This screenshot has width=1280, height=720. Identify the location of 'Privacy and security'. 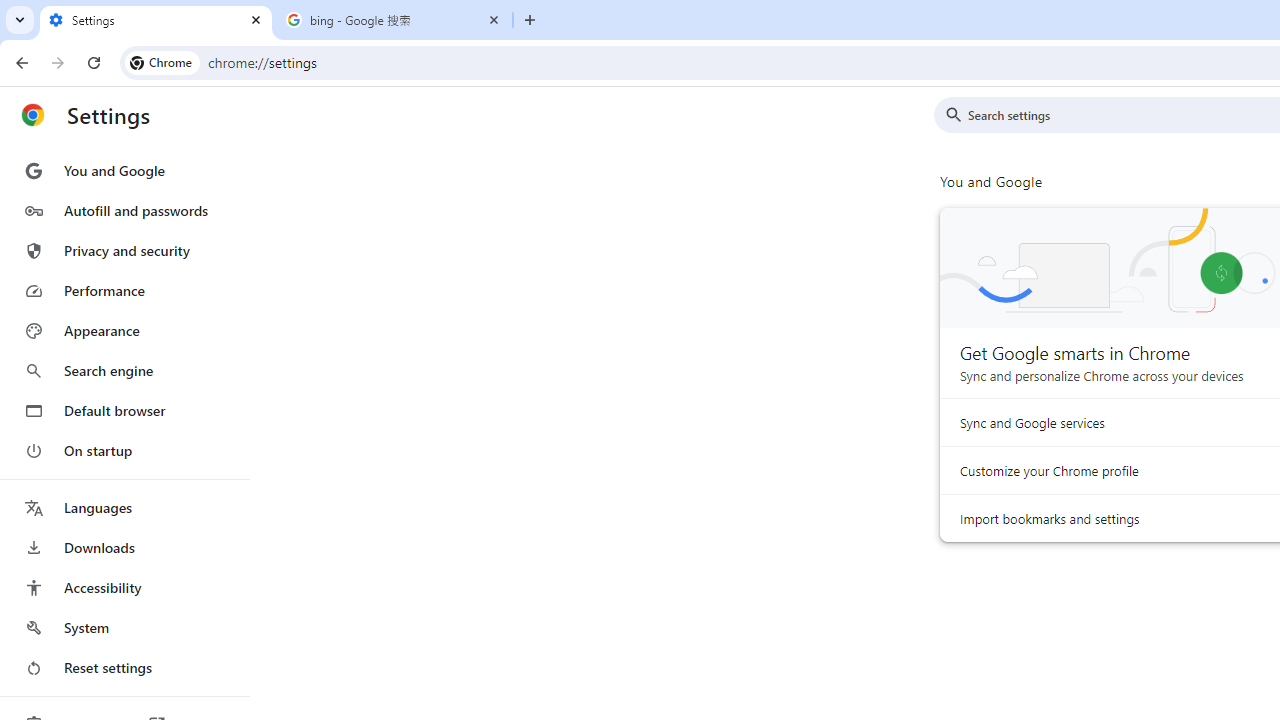
(123, 249).